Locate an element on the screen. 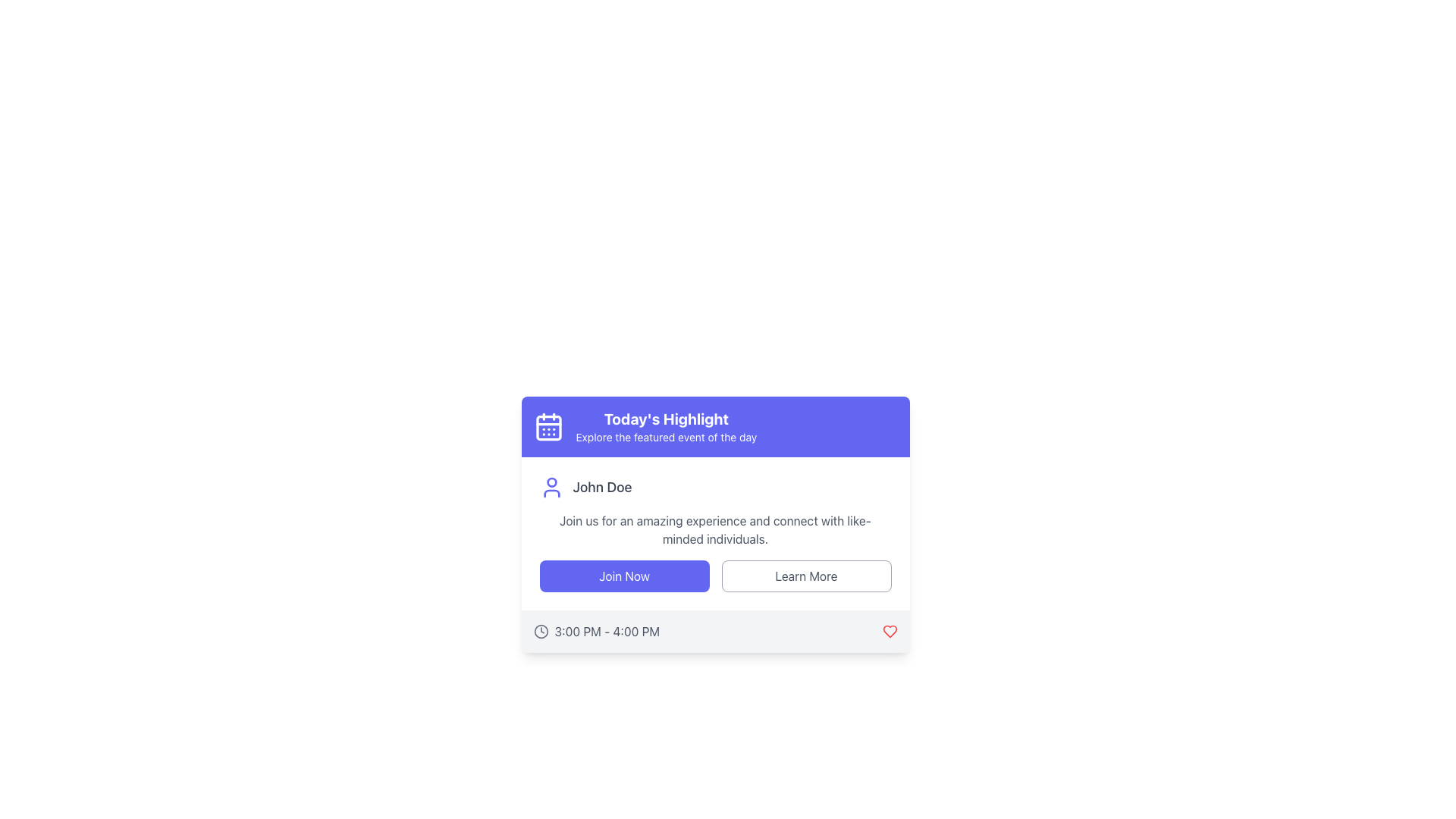 This screenshot has height=819, width=1456. the heart-shaped icon button located in the bottom right corner of the interface is located at coordinates (890, 632).